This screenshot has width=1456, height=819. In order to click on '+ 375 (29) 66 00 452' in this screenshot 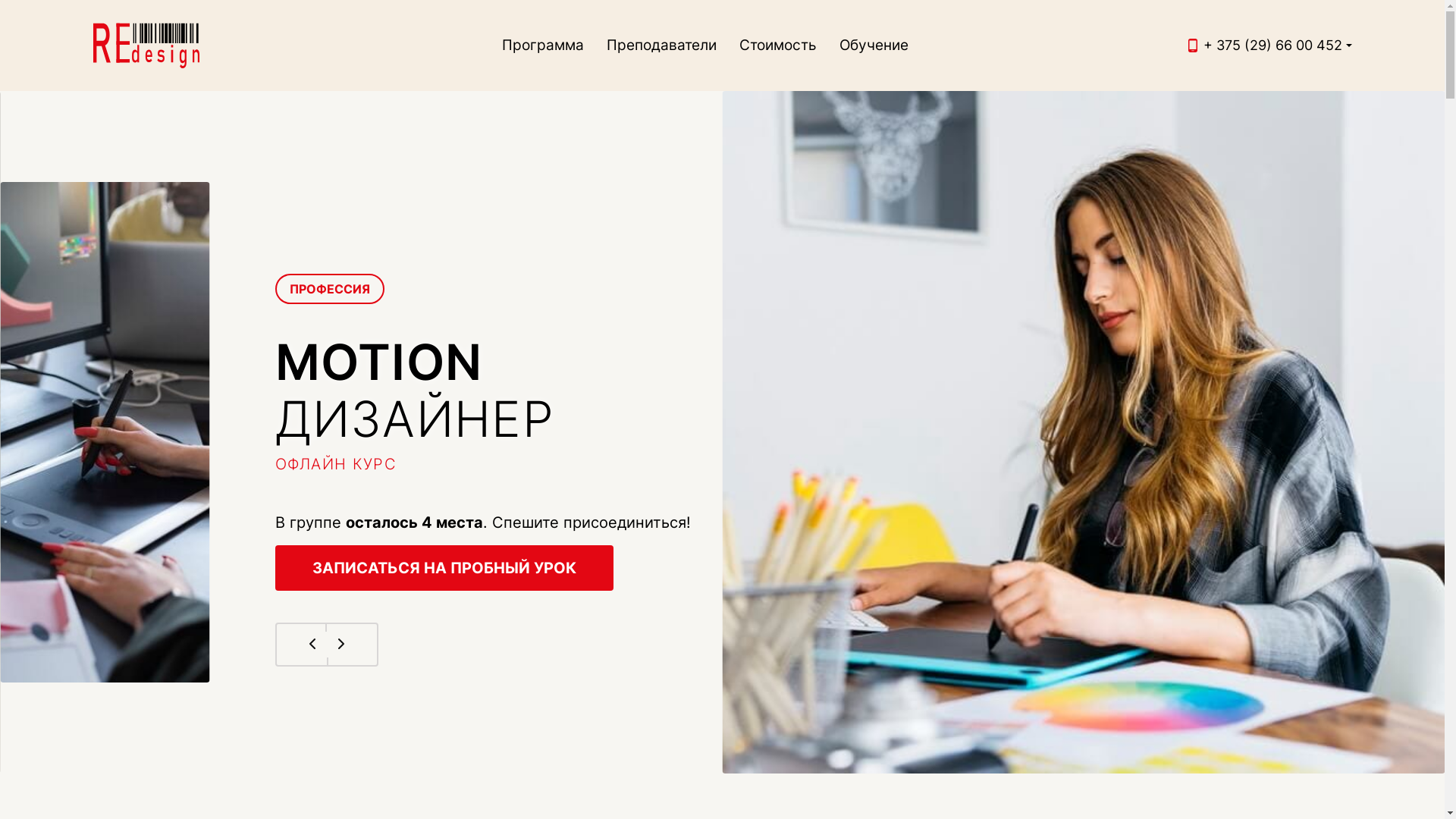, I will do `click(1272, 44)`.